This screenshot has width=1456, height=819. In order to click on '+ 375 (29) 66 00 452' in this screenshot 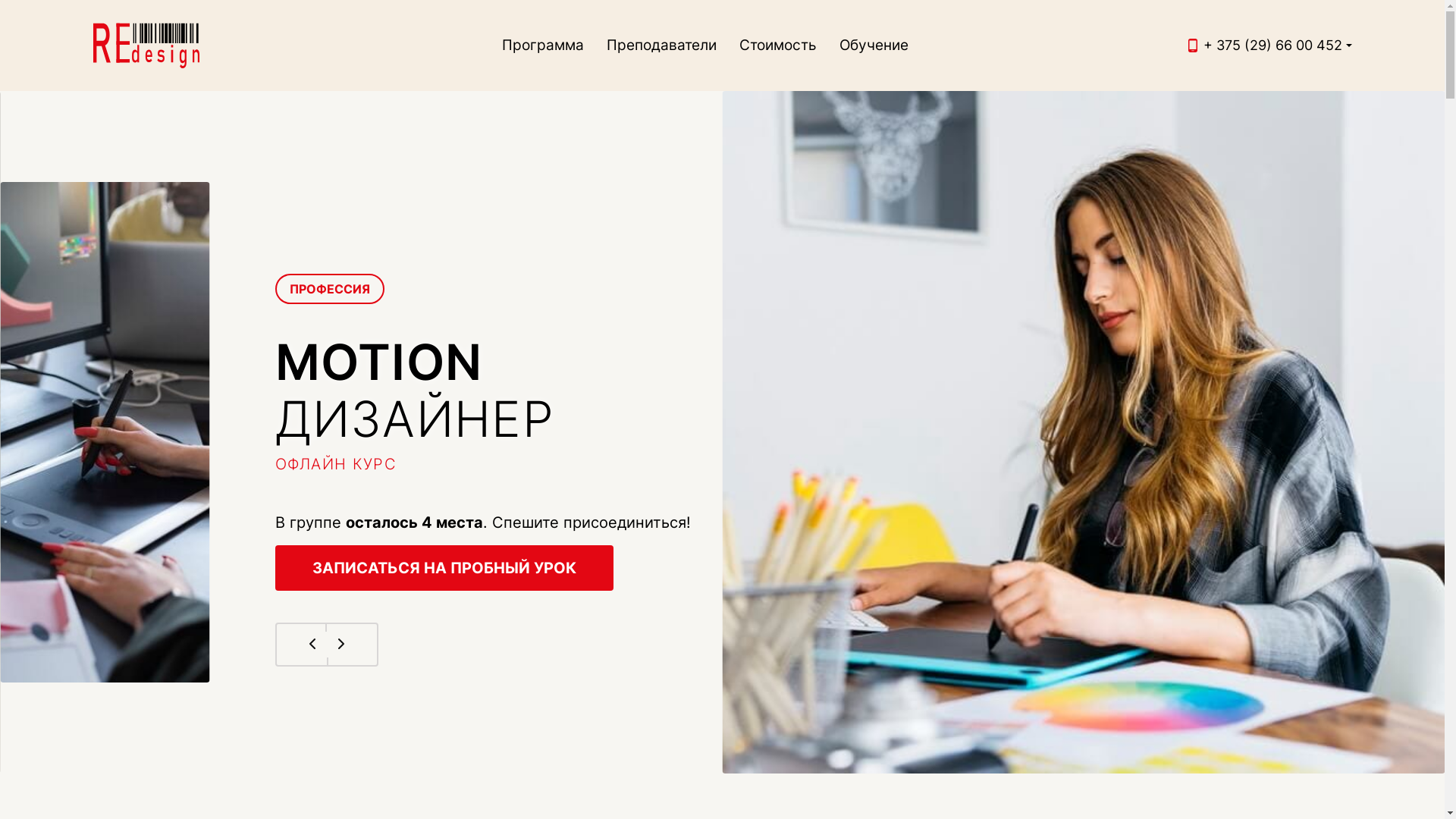, I will do `click(1272, 44)`.